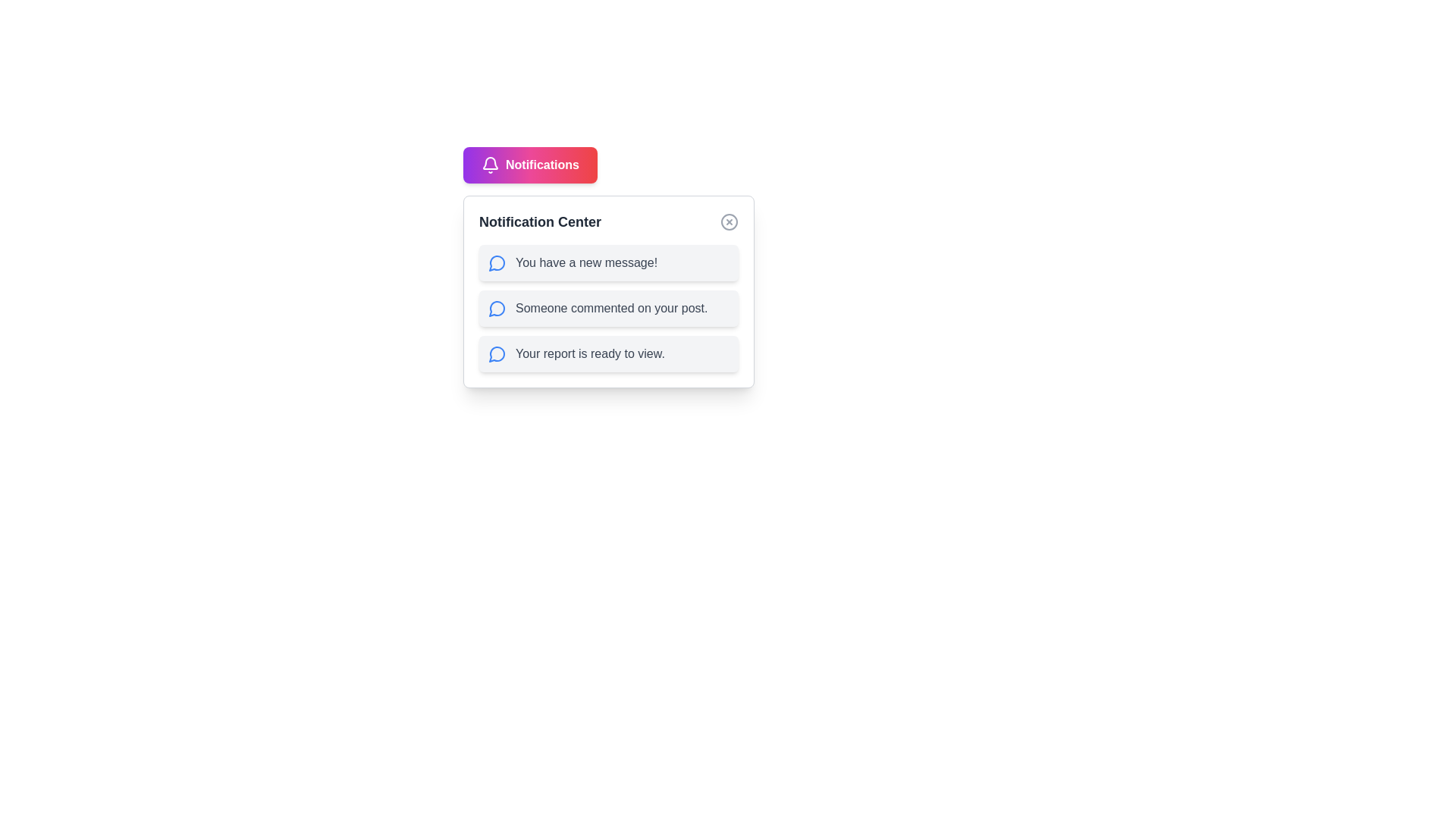 The image size is (1456, 819). Describe the element at coordinates (491, 163) in the screenshot. I see `visual appearance of the bell-shaped notification icon located above the 'Notifications' label in the notification pane` at that location.